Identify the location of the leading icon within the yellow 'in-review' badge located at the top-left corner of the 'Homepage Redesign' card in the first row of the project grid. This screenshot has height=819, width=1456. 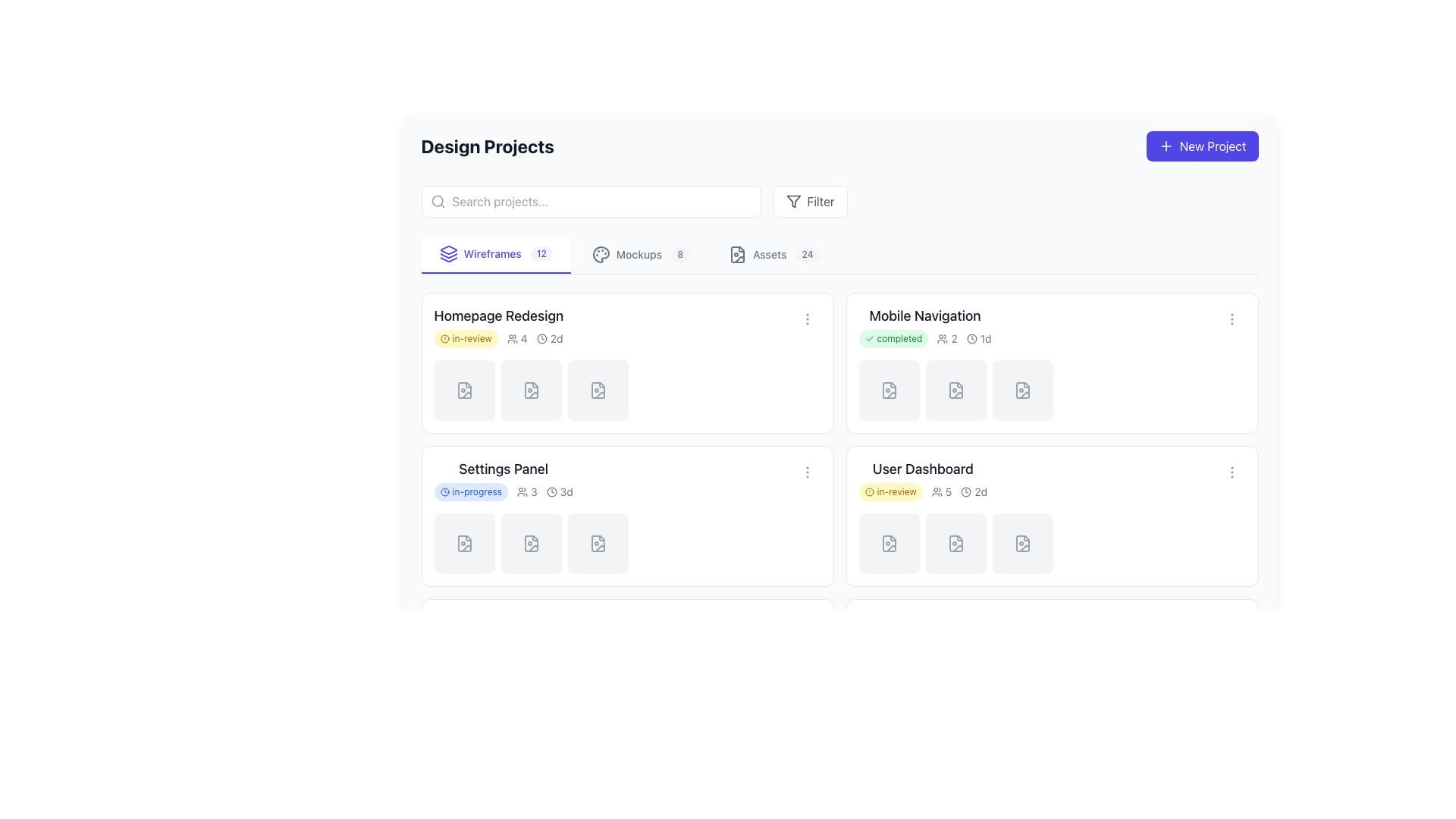
(444, 338).